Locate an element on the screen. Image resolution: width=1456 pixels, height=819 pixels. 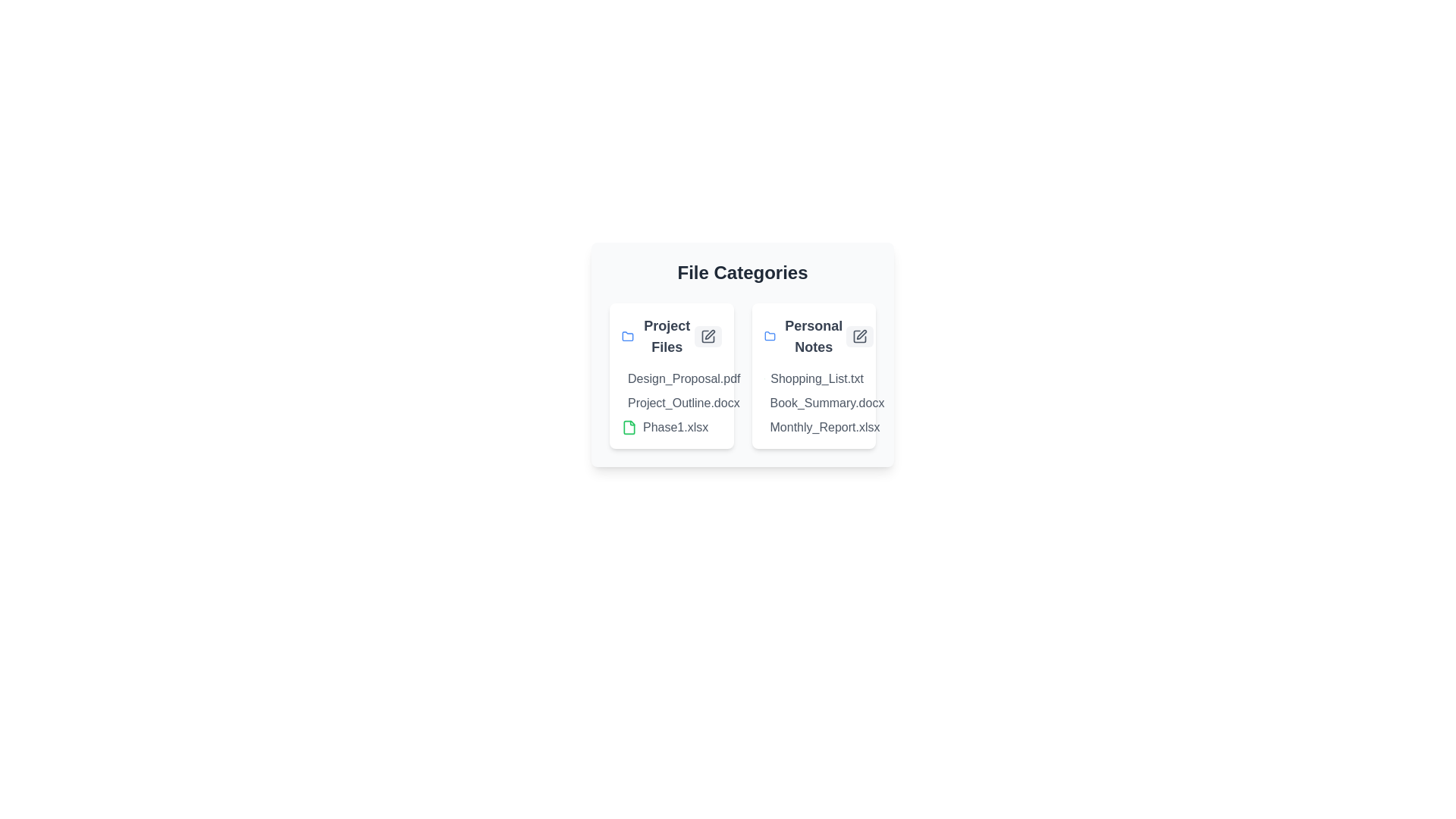
the document icon corresponding to Design_Proposal.pdf is located at coordinates (629, 378).